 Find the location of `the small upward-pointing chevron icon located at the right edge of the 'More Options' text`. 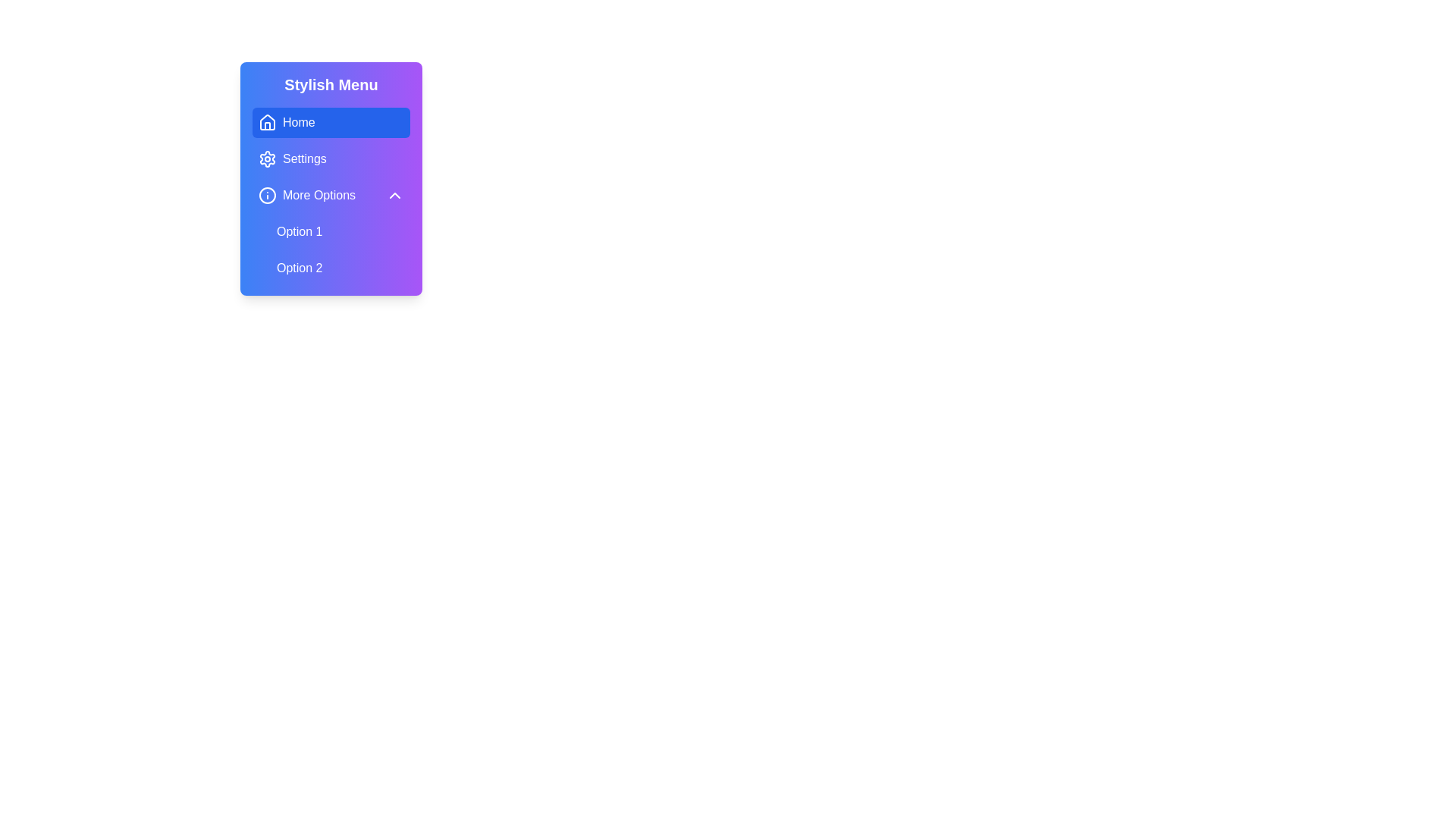

the small upward-pointing chevron icon located at the right edge of the 'More Options' text is located at coordinates (395, 195).